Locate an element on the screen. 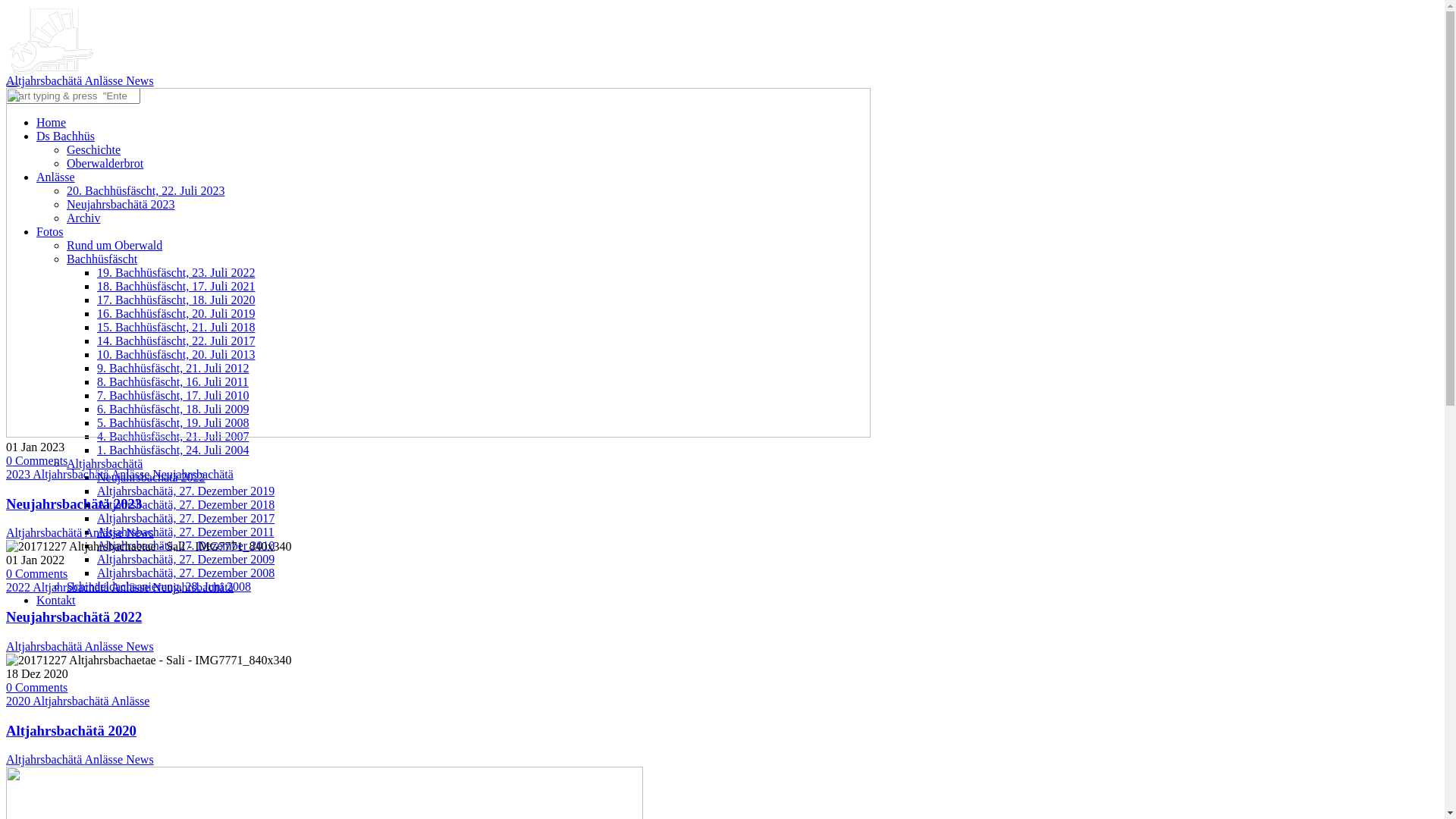 Image resolution: width=1456 pixels, height=819 pixels. 'News' is located at coordinates (126, 759).